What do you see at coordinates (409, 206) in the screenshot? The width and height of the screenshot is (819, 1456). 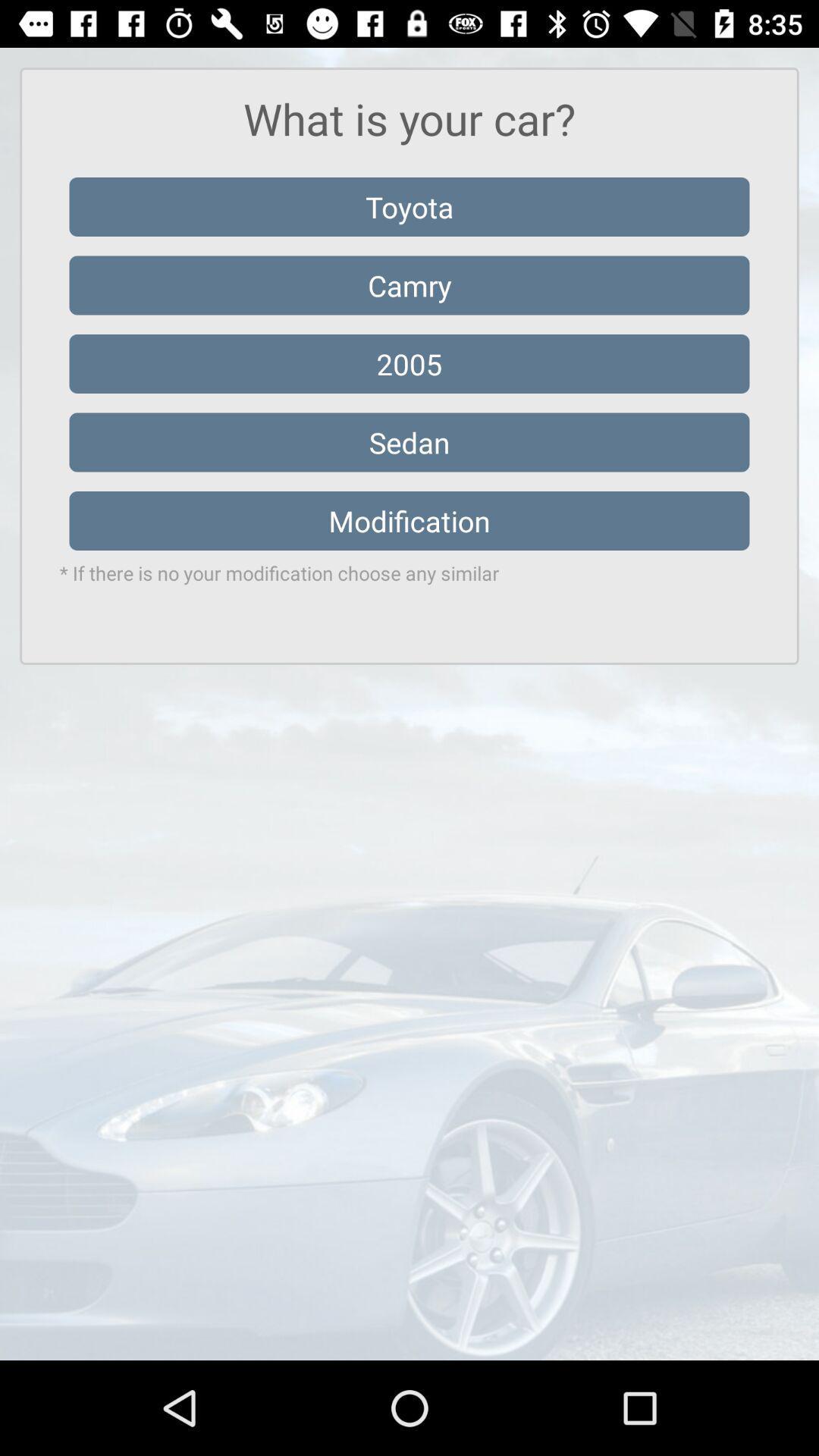 I see `the icon below what is your item` at bounding box center [409, 206].